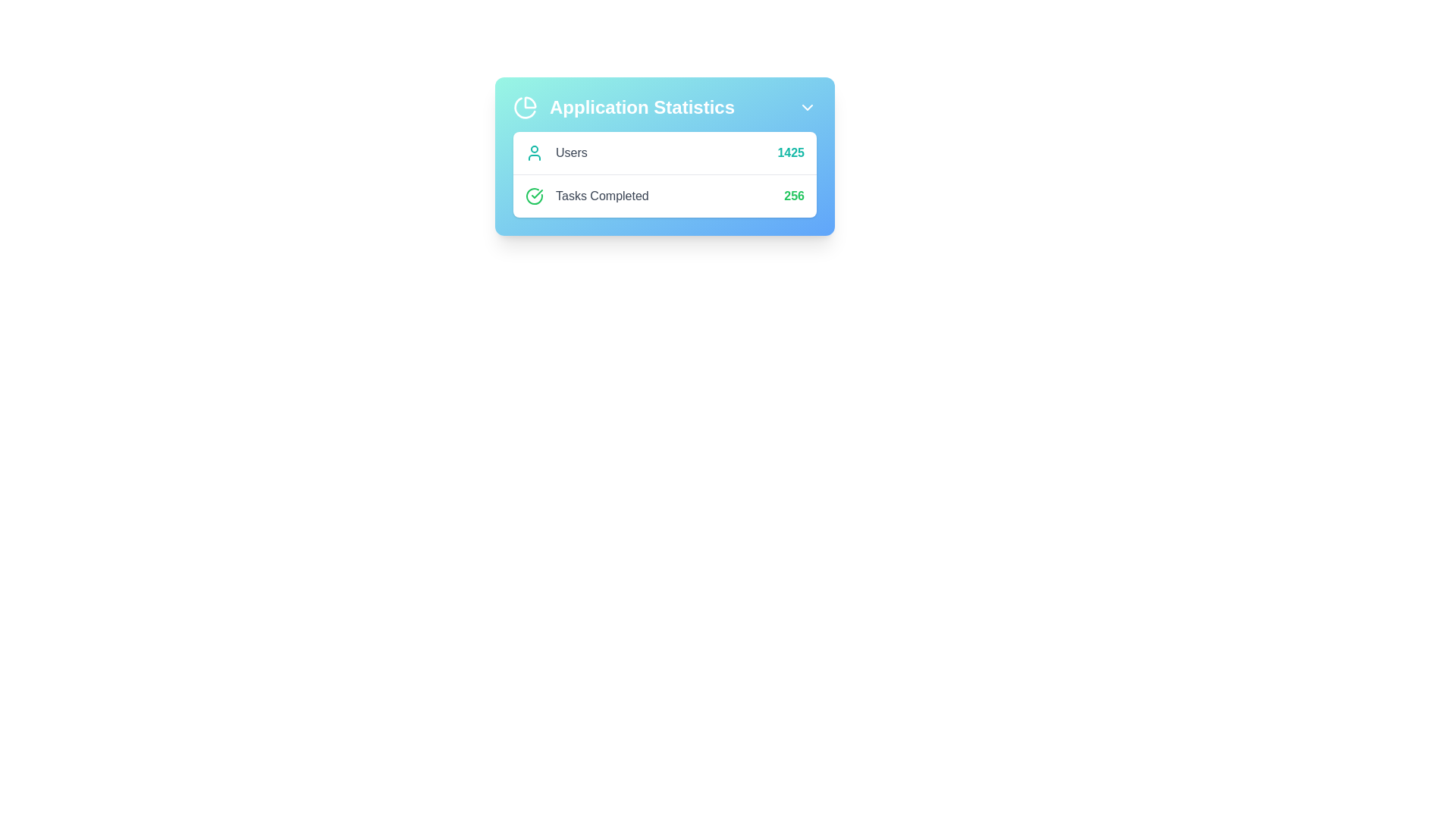 Image resolution: width=1456 pixels, height=819 pixels. I want to click on the completed task icon located immediately to the left of the 'Tasks Completed' text in the statistics dashboard, so click(535, 195).